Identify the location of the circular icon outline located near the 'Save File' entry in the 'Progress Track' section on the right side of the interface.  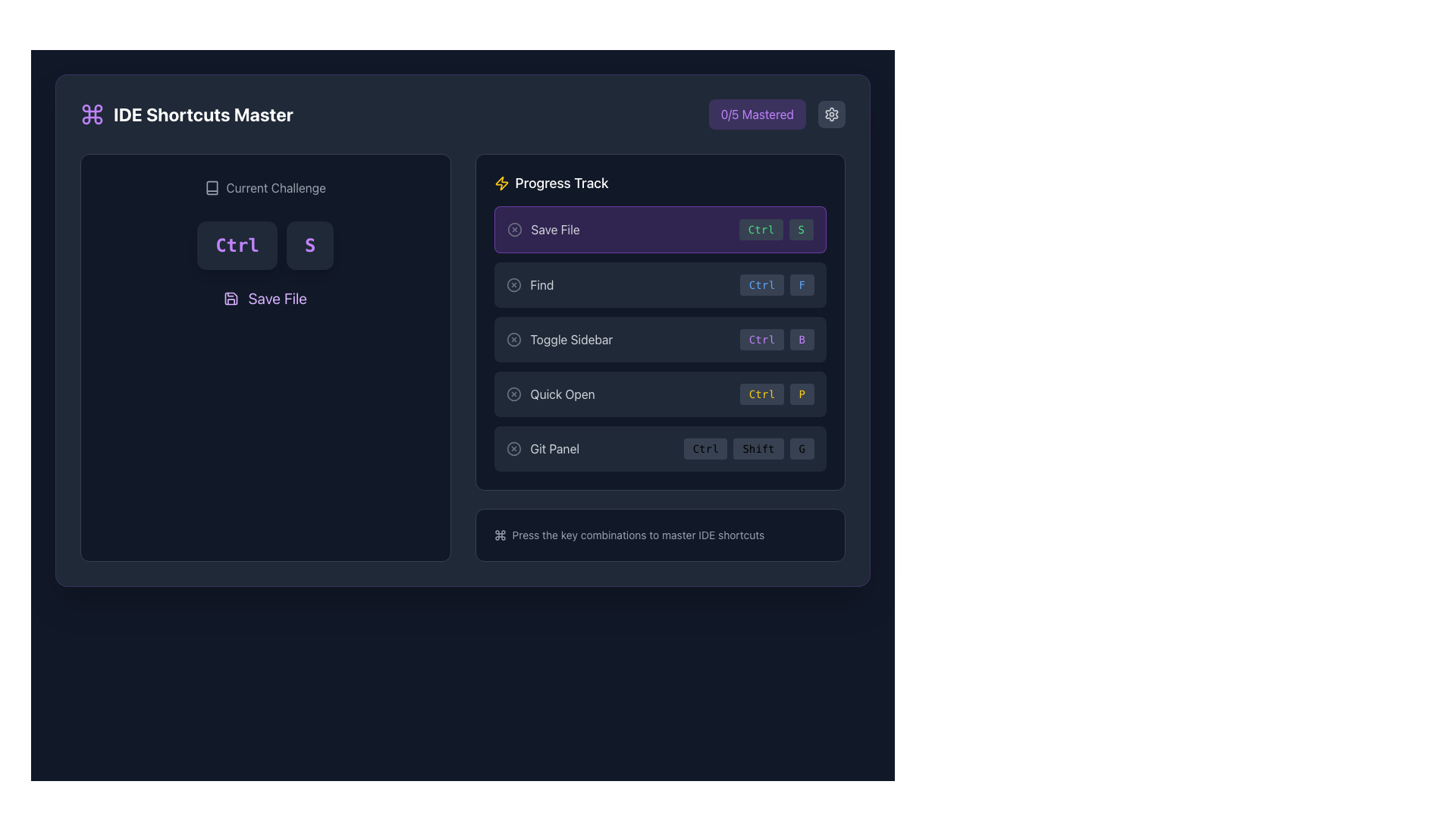
(514, 230).